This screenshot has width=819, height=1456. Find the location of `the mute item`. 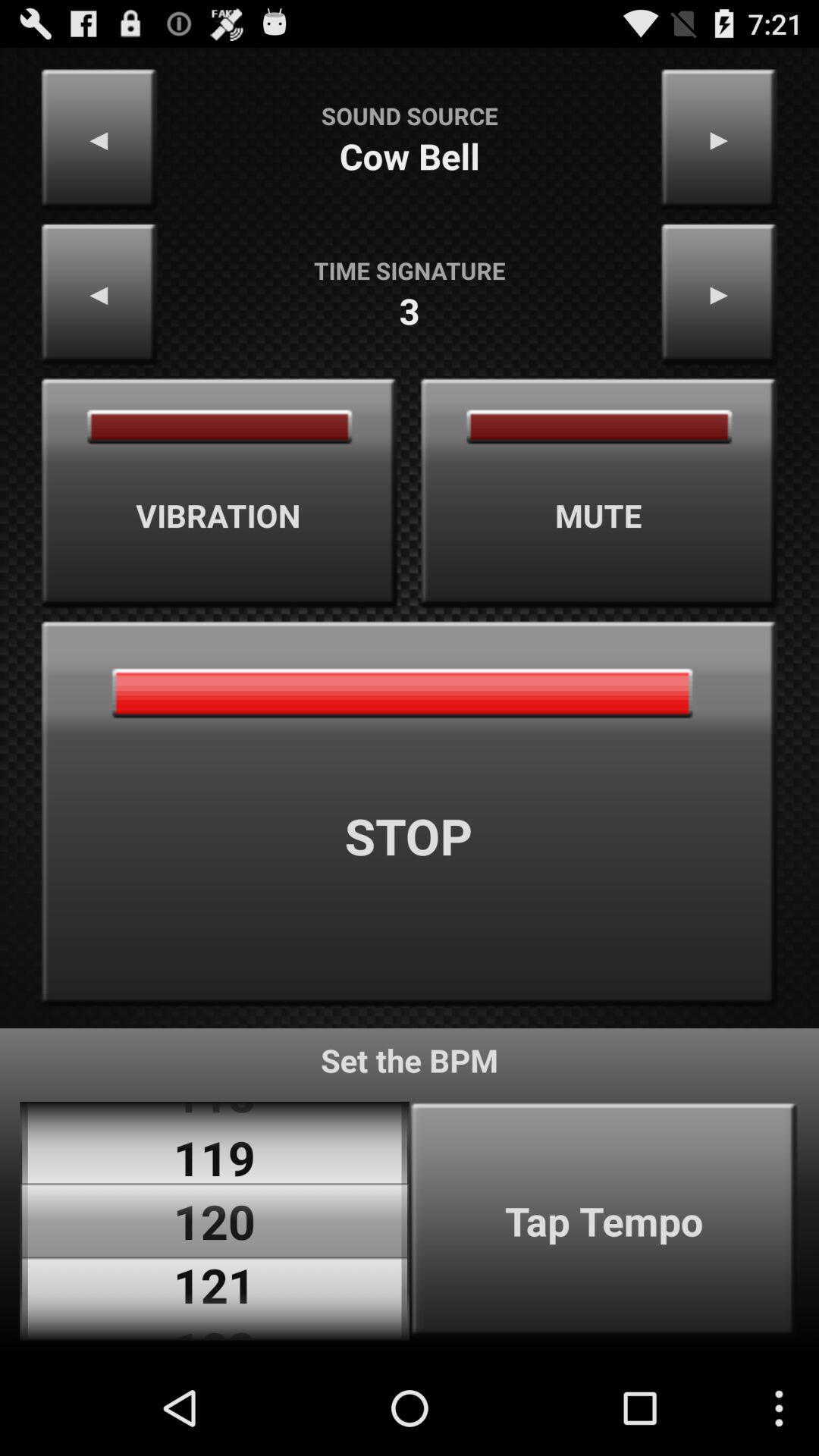

the mute item is located at coordinates (598, 493).